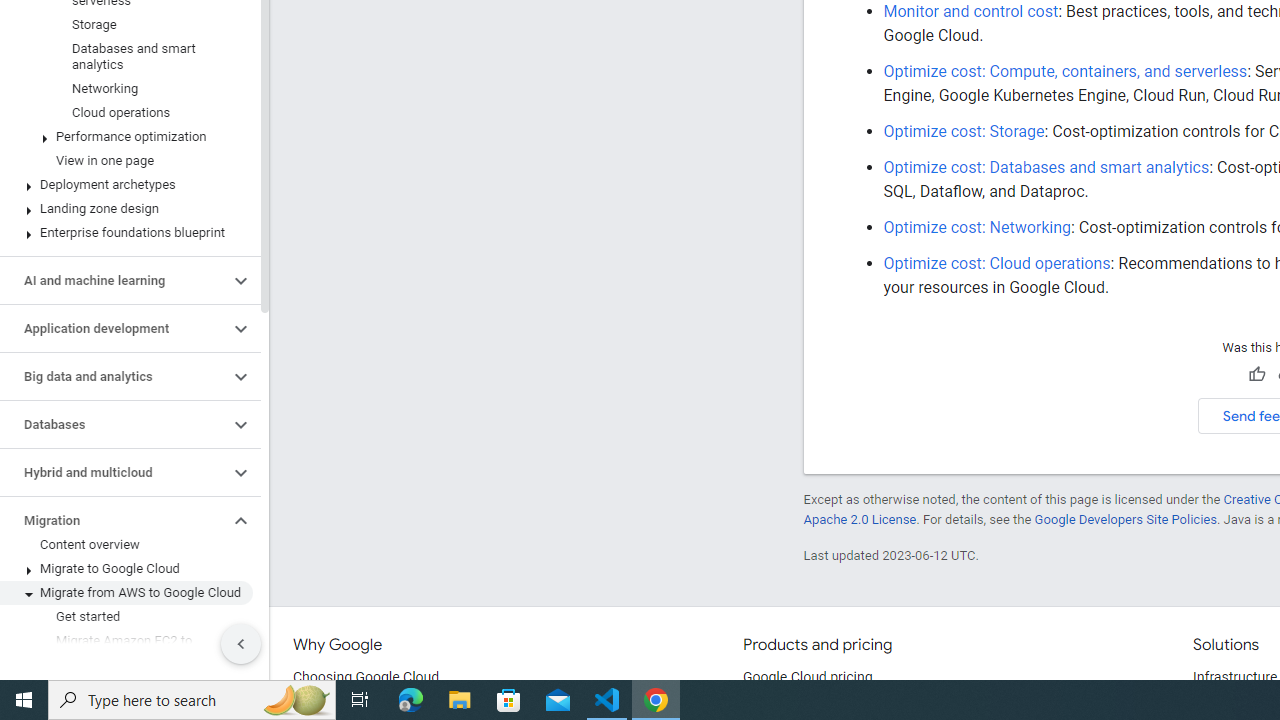  I want to click on 'Google Developers Site Policies', so click(1125, 518).